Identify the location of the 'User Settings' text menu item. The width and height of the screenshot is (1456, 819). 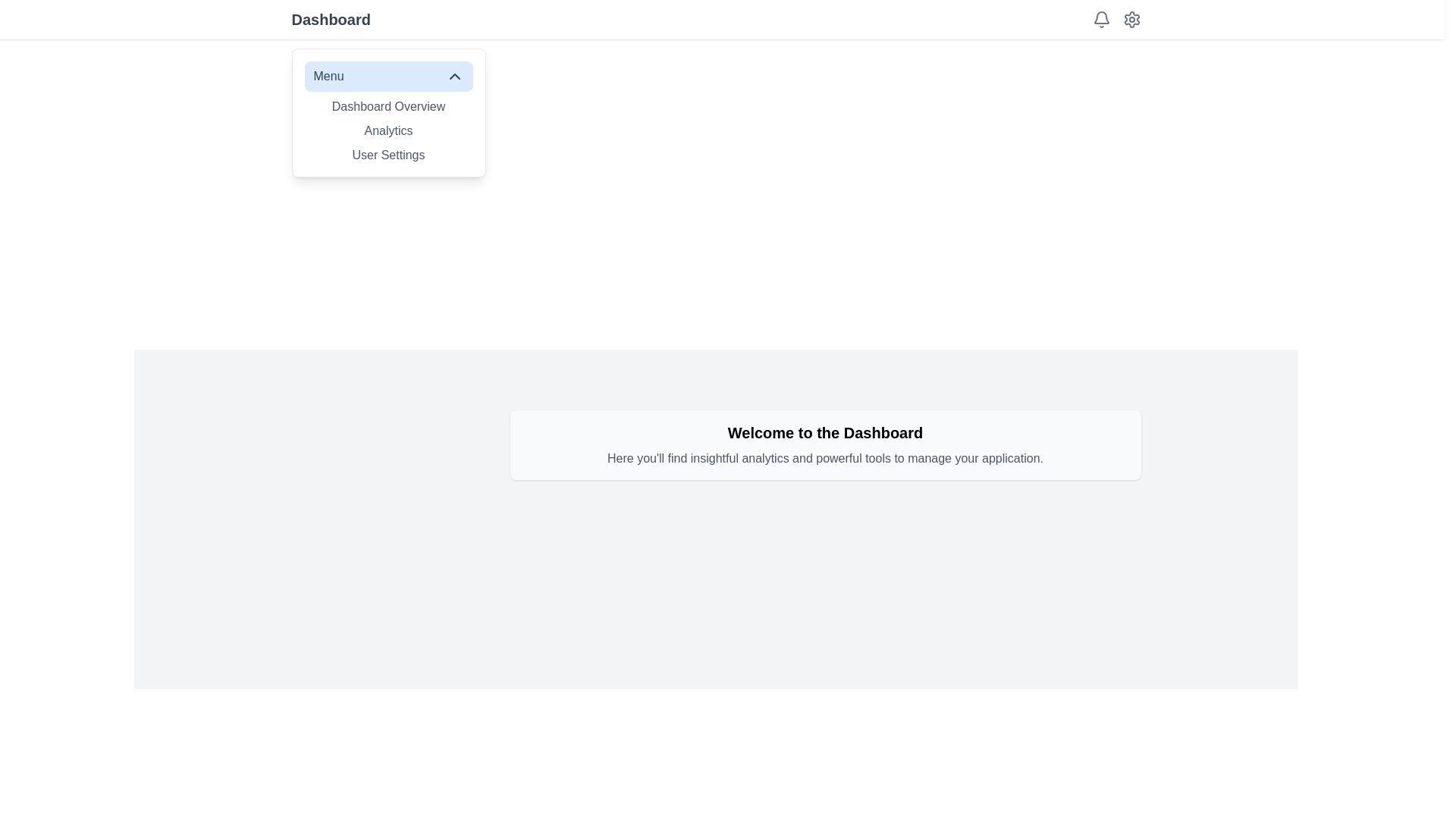
(388, 155).